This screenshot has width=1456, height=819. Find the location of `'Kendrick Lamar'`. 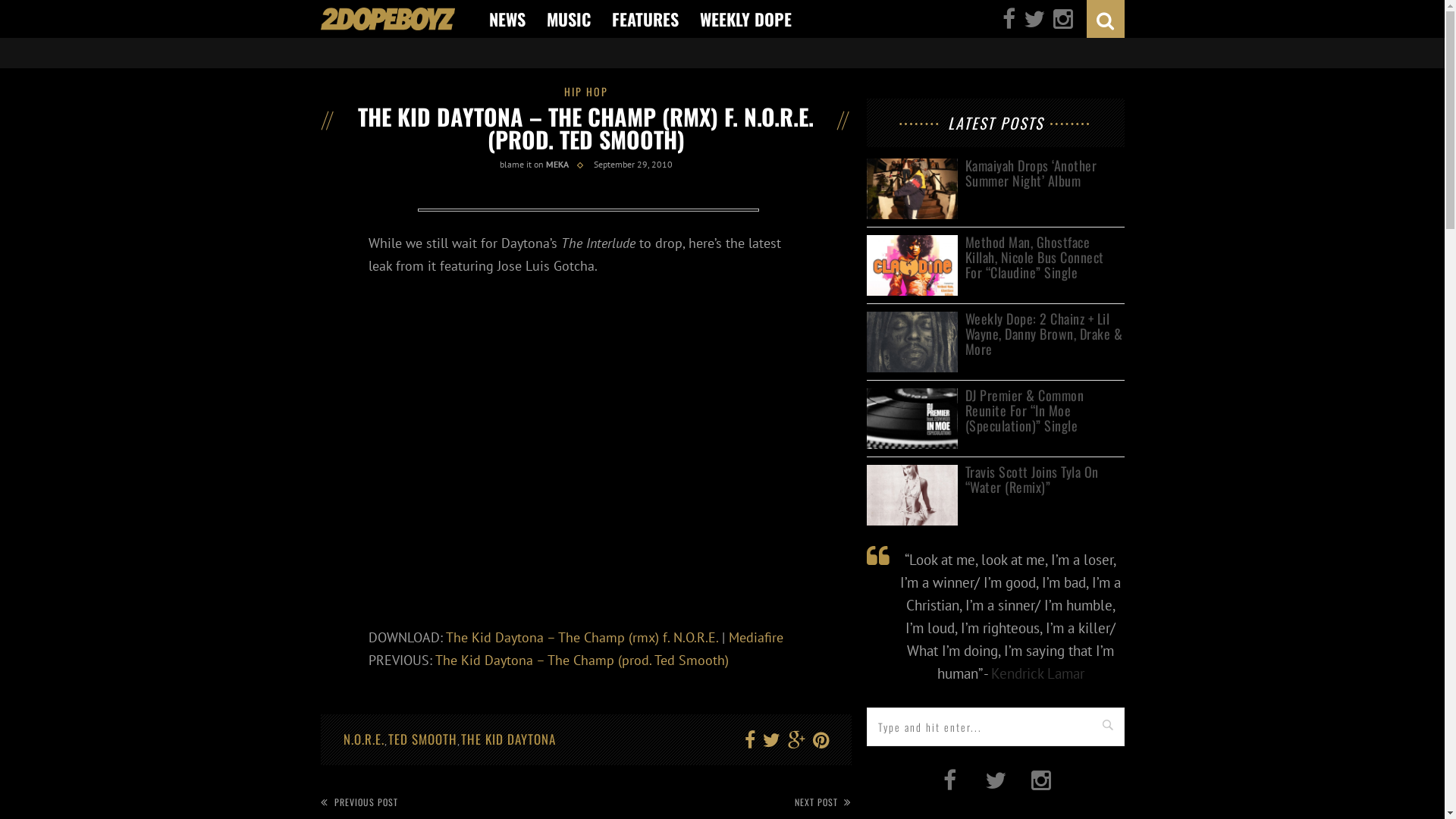

'Kendrick Lamar' is located at coordinates (990, 672).